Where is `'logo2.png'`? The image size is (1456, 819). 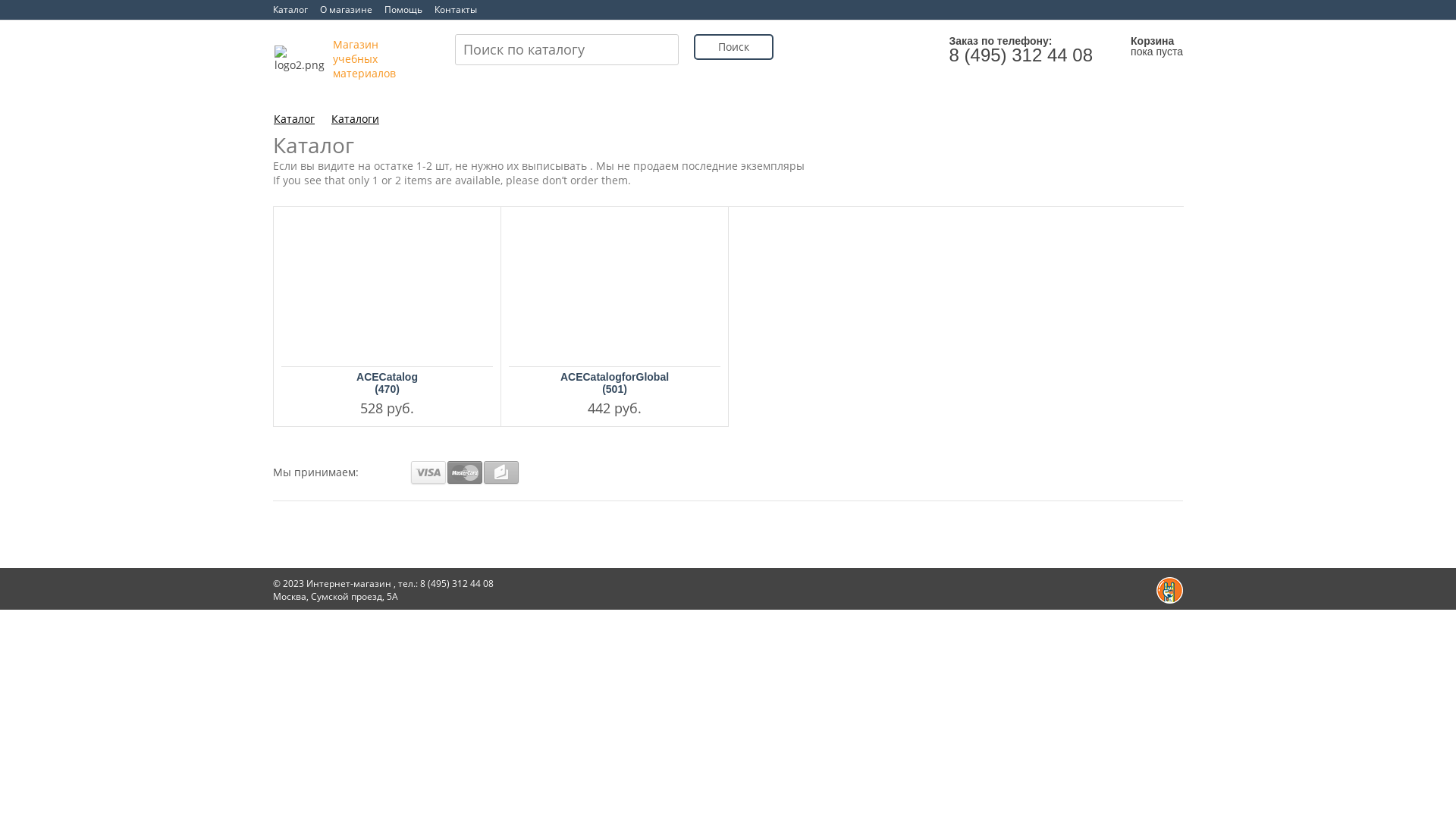 'logo2.png' is located at coordinates (303, 58).